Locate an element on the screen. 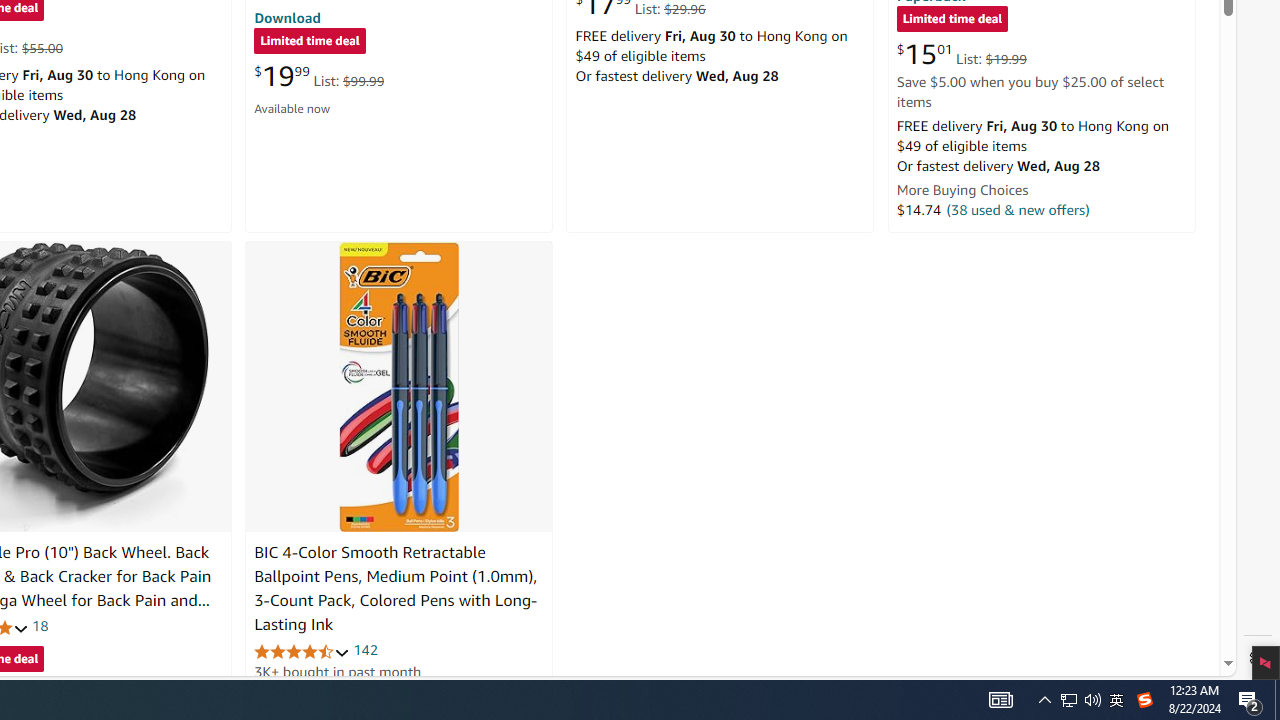 Image resolution: width=1280 pixels, height=720 pixels. 'Download' is located at coordinates (286, 17).